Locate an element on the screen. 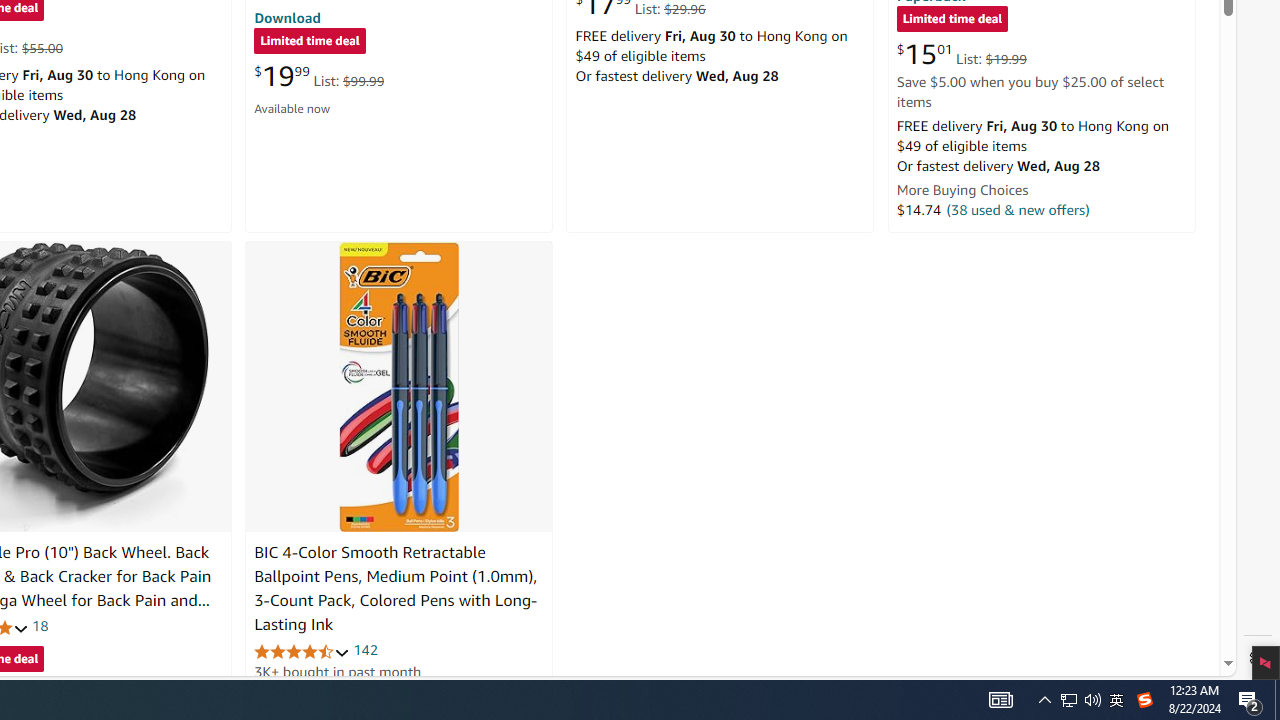 Image resolution: width=1280 pixels, height=720 pixels. 'Download' is located at coordinates (286, 17).